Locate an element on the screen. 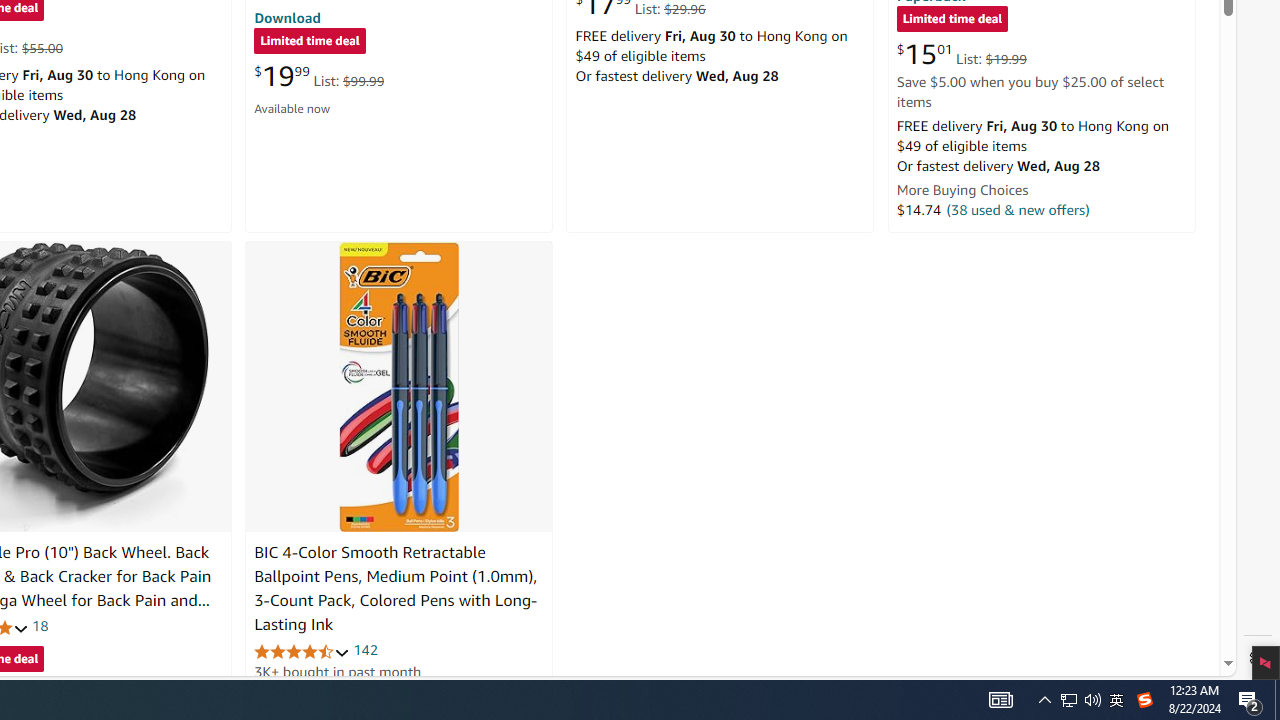 Image resolution: width=1280 pixels, height=720 pixels. 'Download' is located at coordinates (286, 17).